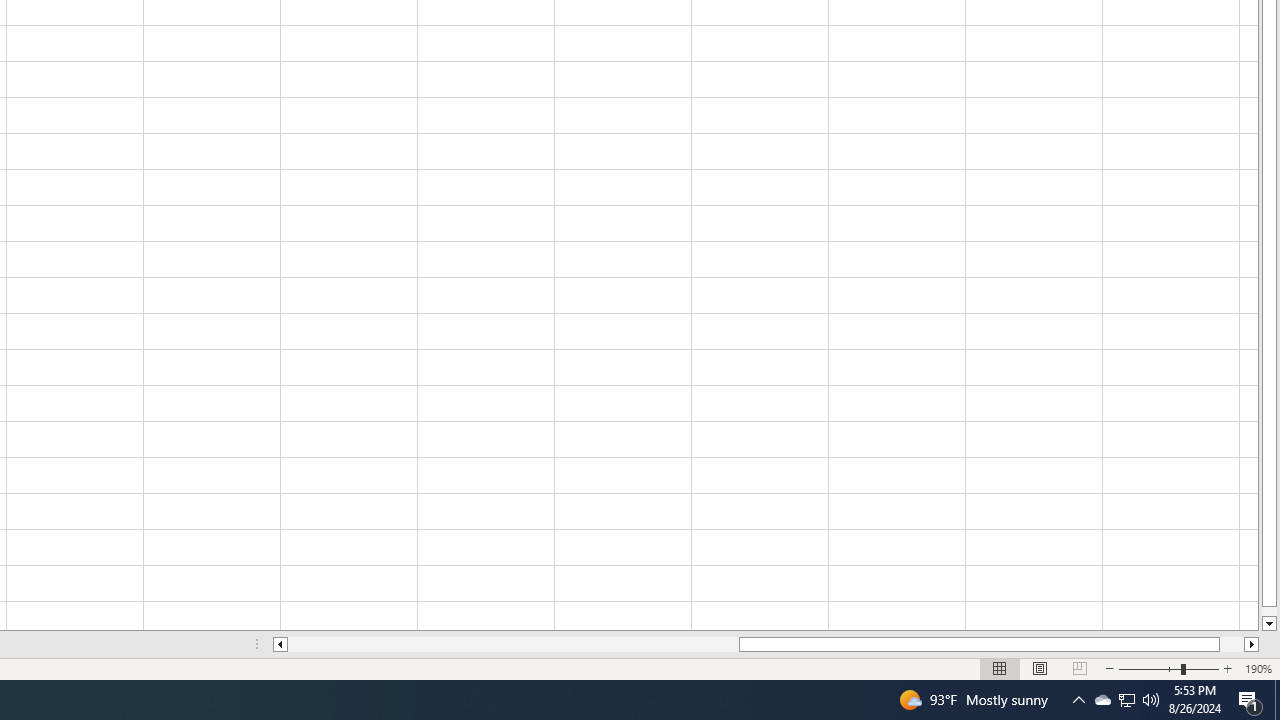  I want to click on 'Line down', so click(1268, 623).